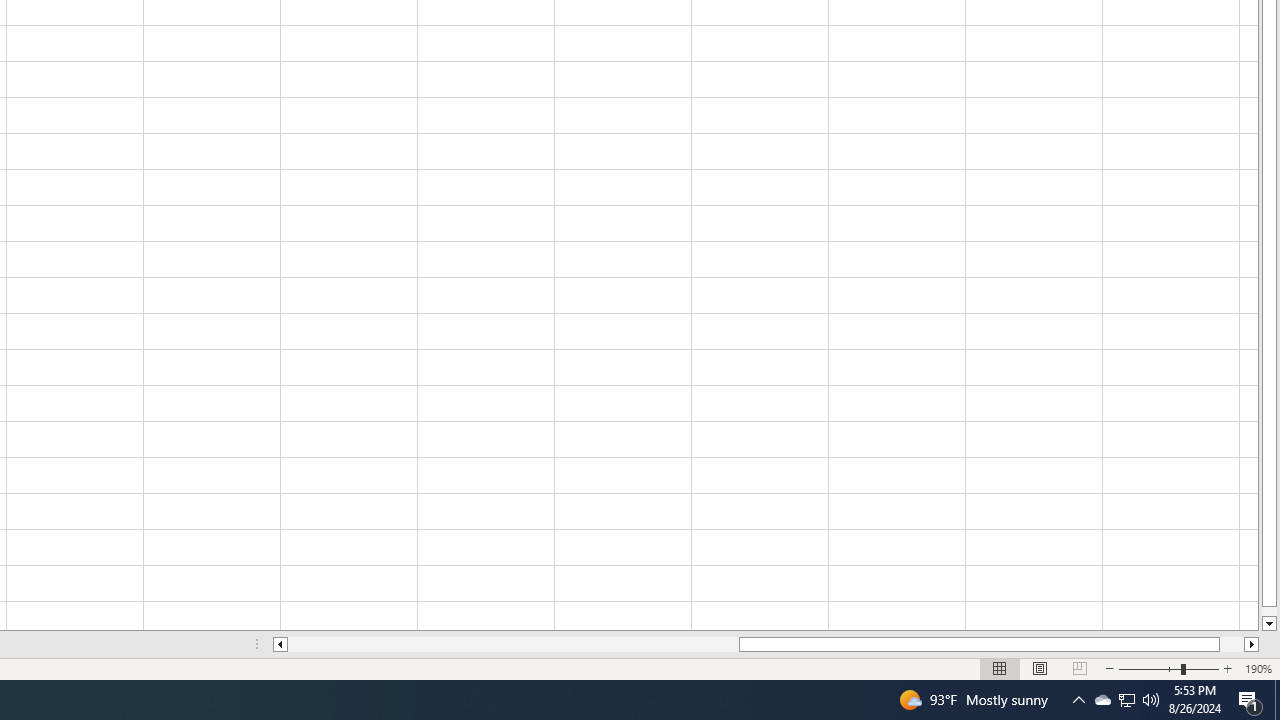  I want to click on 'Line down', so click(1268, 623).